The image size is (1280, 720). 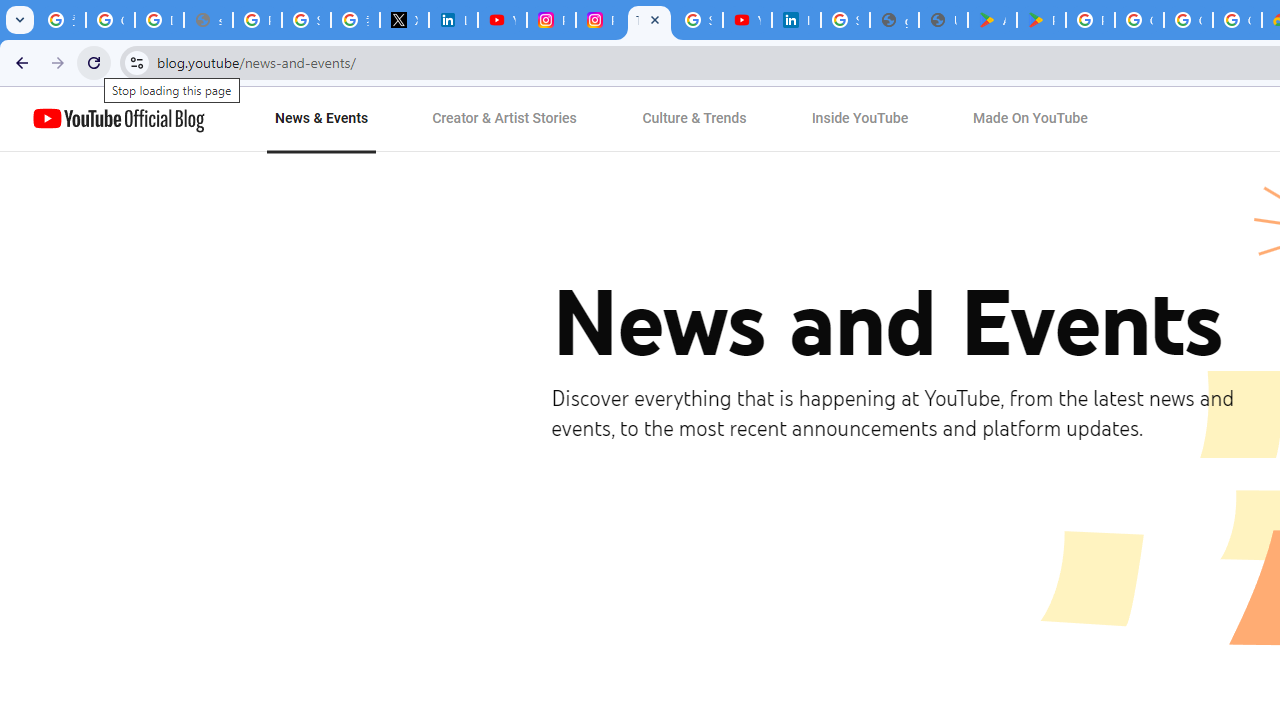 What do you see at coordinates (695, 119) in the screenshot?
I see `'Culture & Trends'` at bounding box center [695, 119].